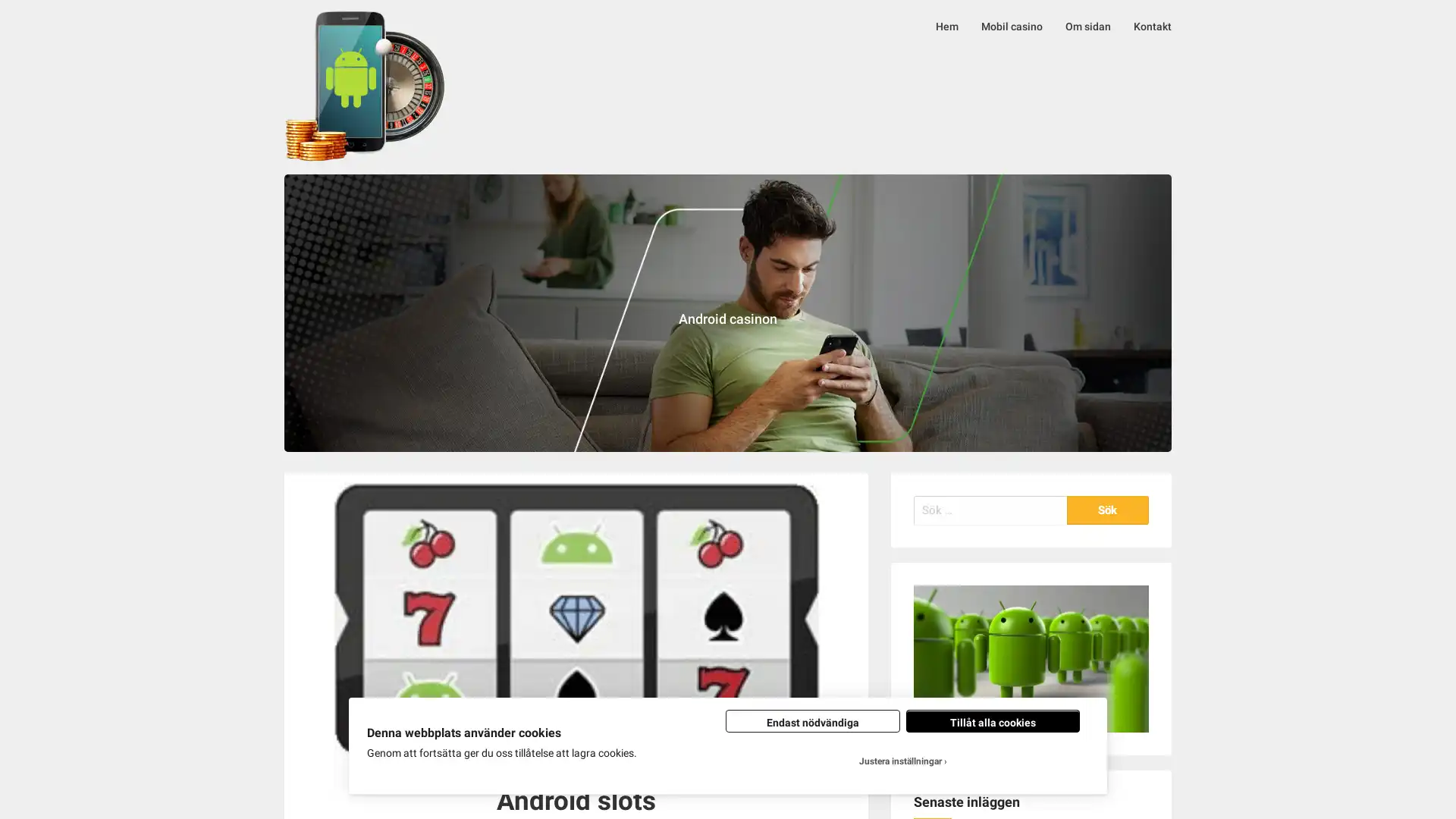 This screenshot has height=819, width=1456. Describe the element at coordinates (811, 720) in the screenshot. I see `Endast nodvandiga` at that location.